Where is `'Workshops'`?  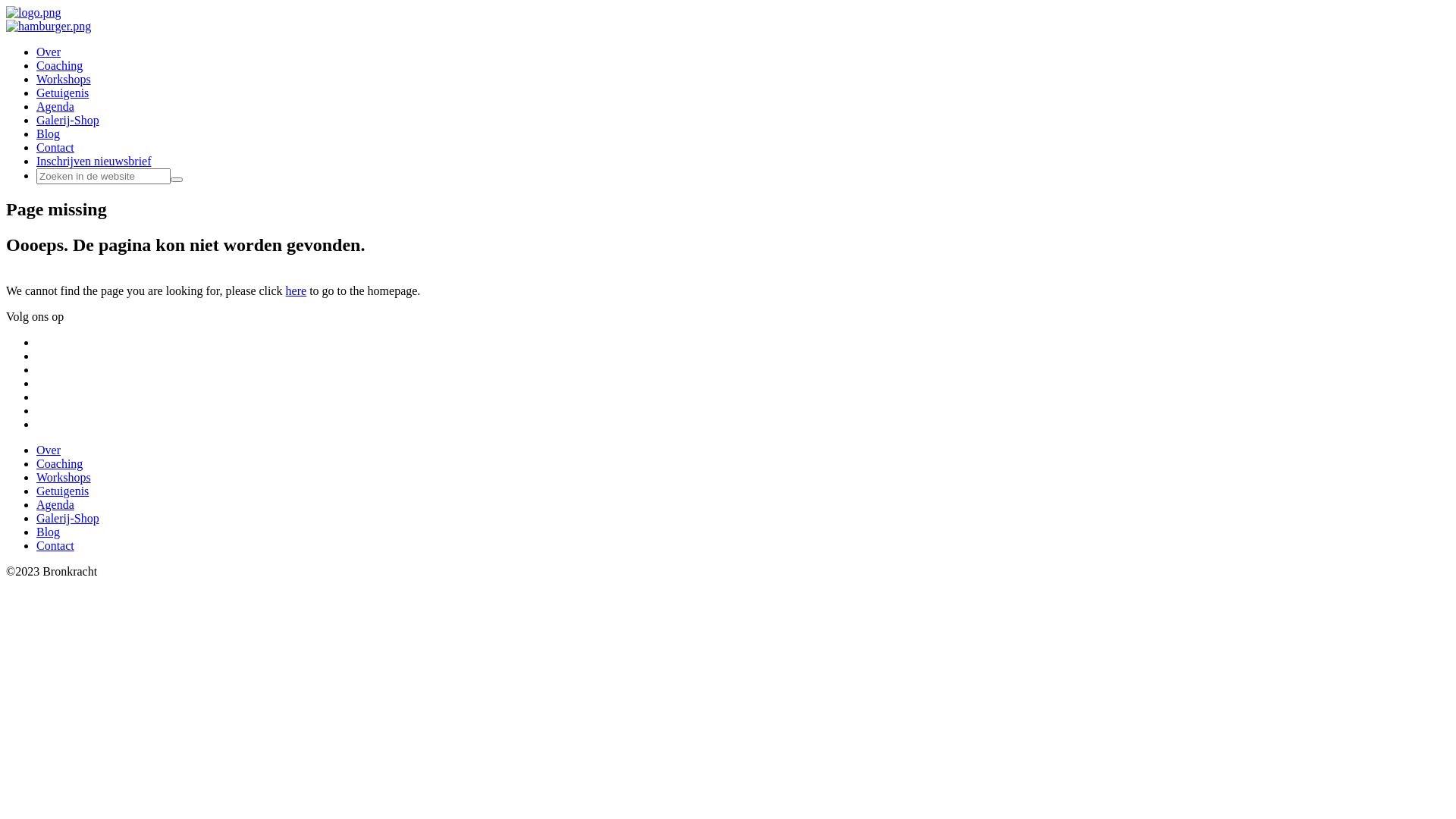 'Workshops' is located at coordinates (62, 476).